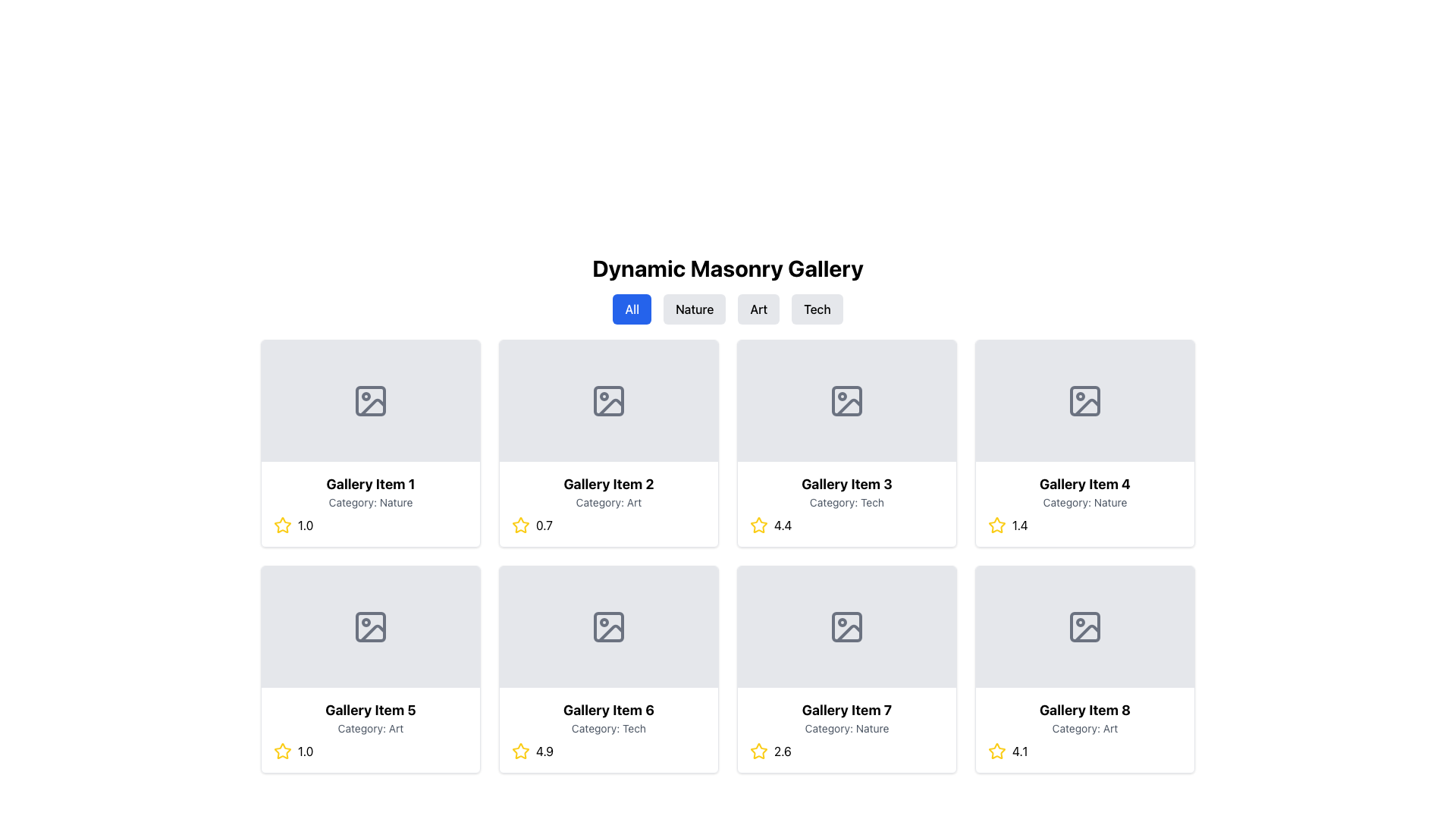  Describe the element at coordinates (1084, 711) in the screenshot. I see `the bold, large-sized text 'Gallery Item 8', which is located above 'Category: Art' in the bottom-right section of the gallery grid` at that location.